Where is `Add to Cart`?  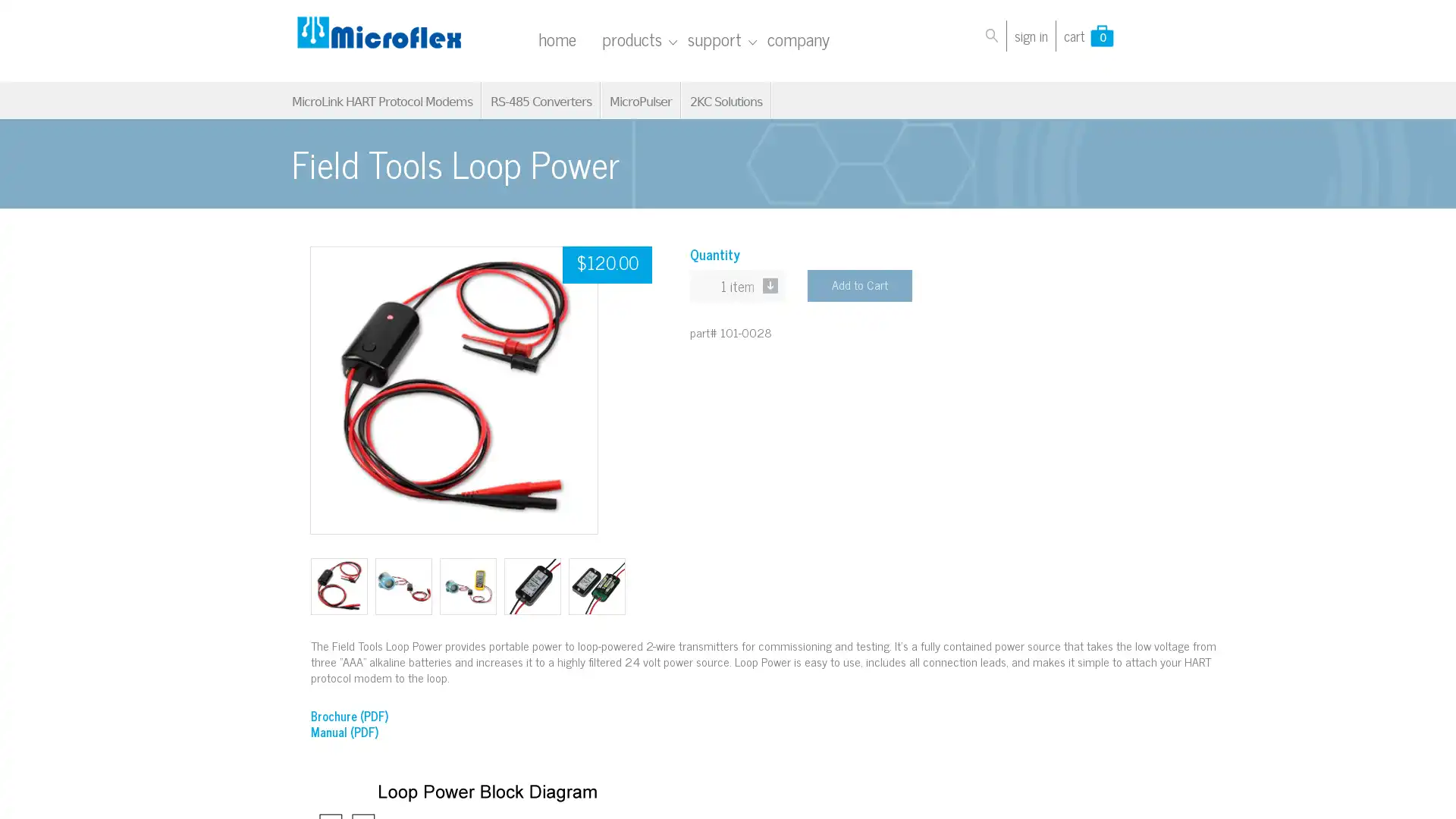 Add to Cart is located at coordinates (859, 286).